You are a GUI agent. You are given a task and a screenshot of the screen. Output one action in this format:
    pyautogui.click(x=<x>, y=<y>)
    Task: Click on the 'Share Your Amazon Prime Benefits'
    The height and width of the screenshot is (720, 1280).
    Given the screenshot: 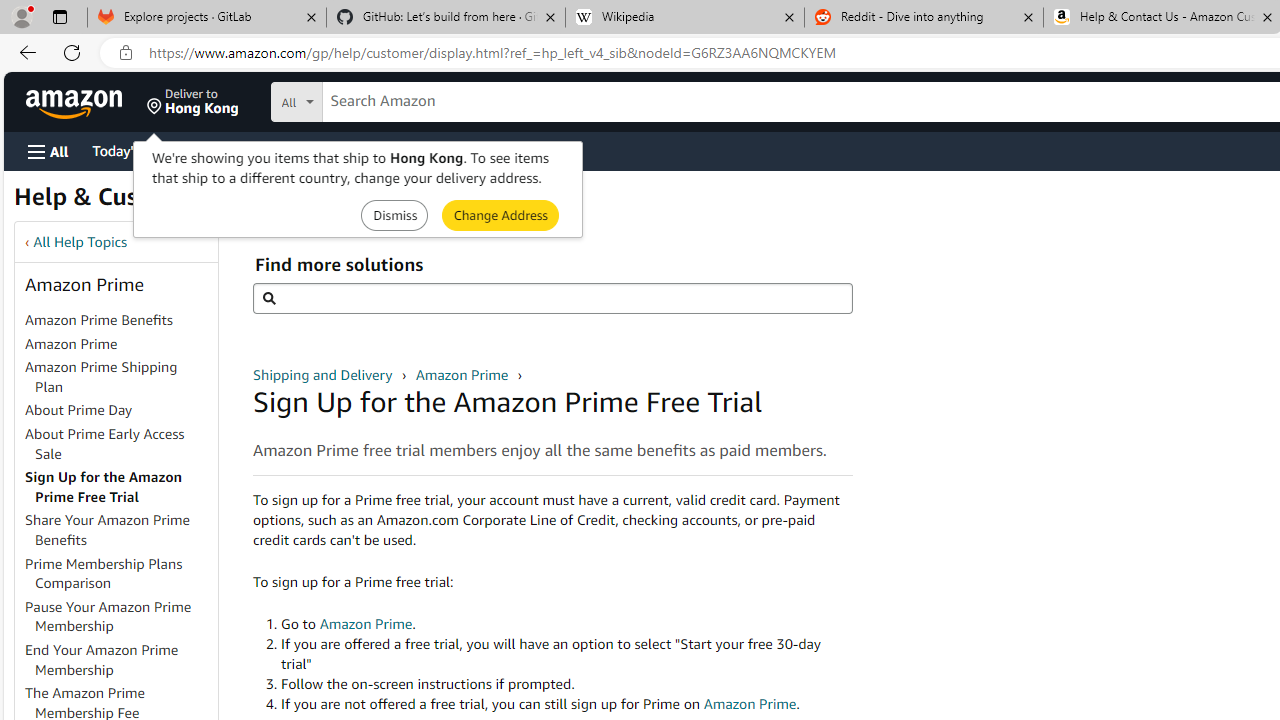 What is the action you would take?
    pyautogui.click(x=107, y=528)
    